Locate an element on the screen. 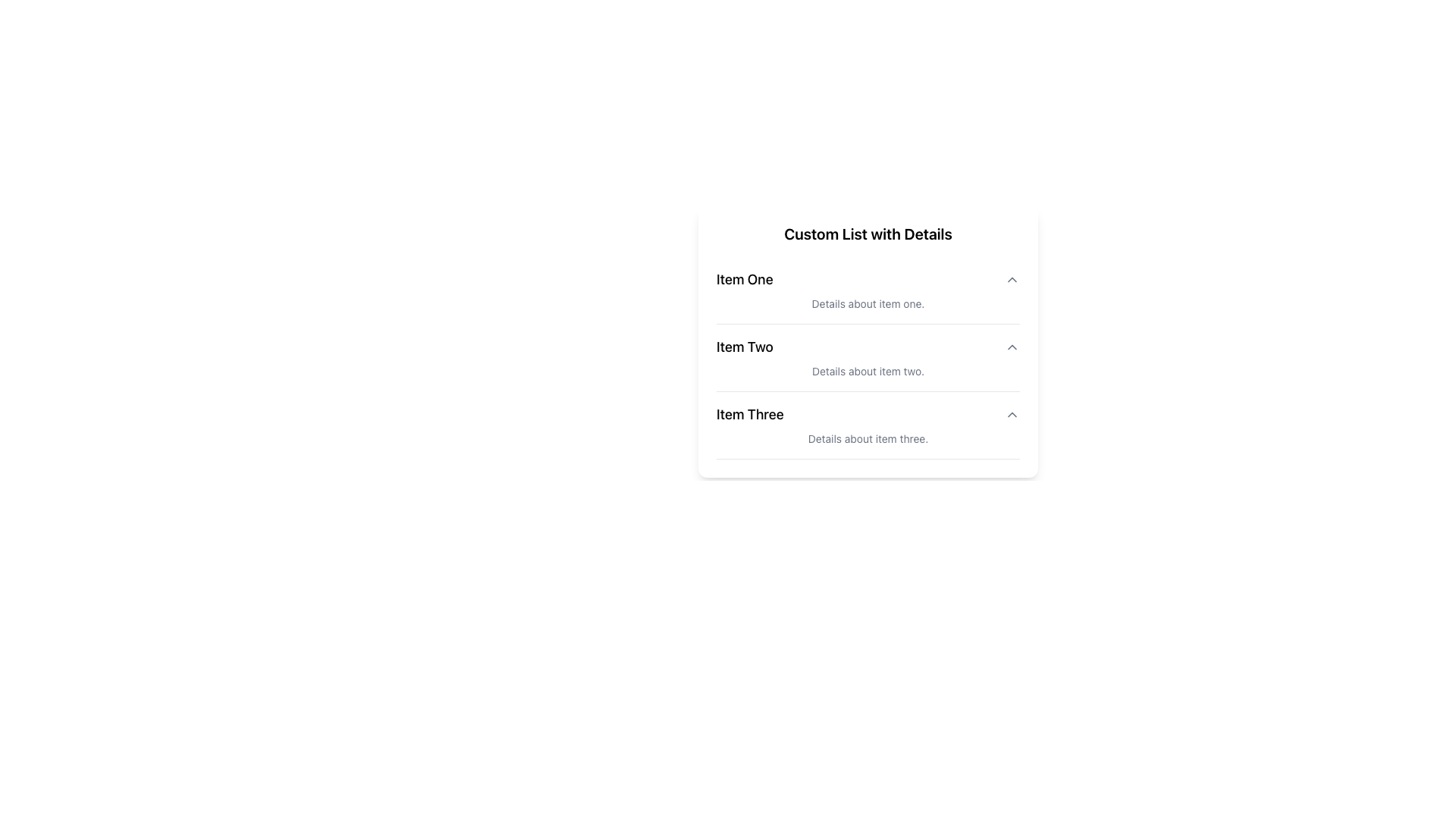 The width and height of the screenshot is (1456, 819). the text label that reads 'Details about item one.' positioned below the title 'Item One' in a bordered section is located at coordinates (868, 304).